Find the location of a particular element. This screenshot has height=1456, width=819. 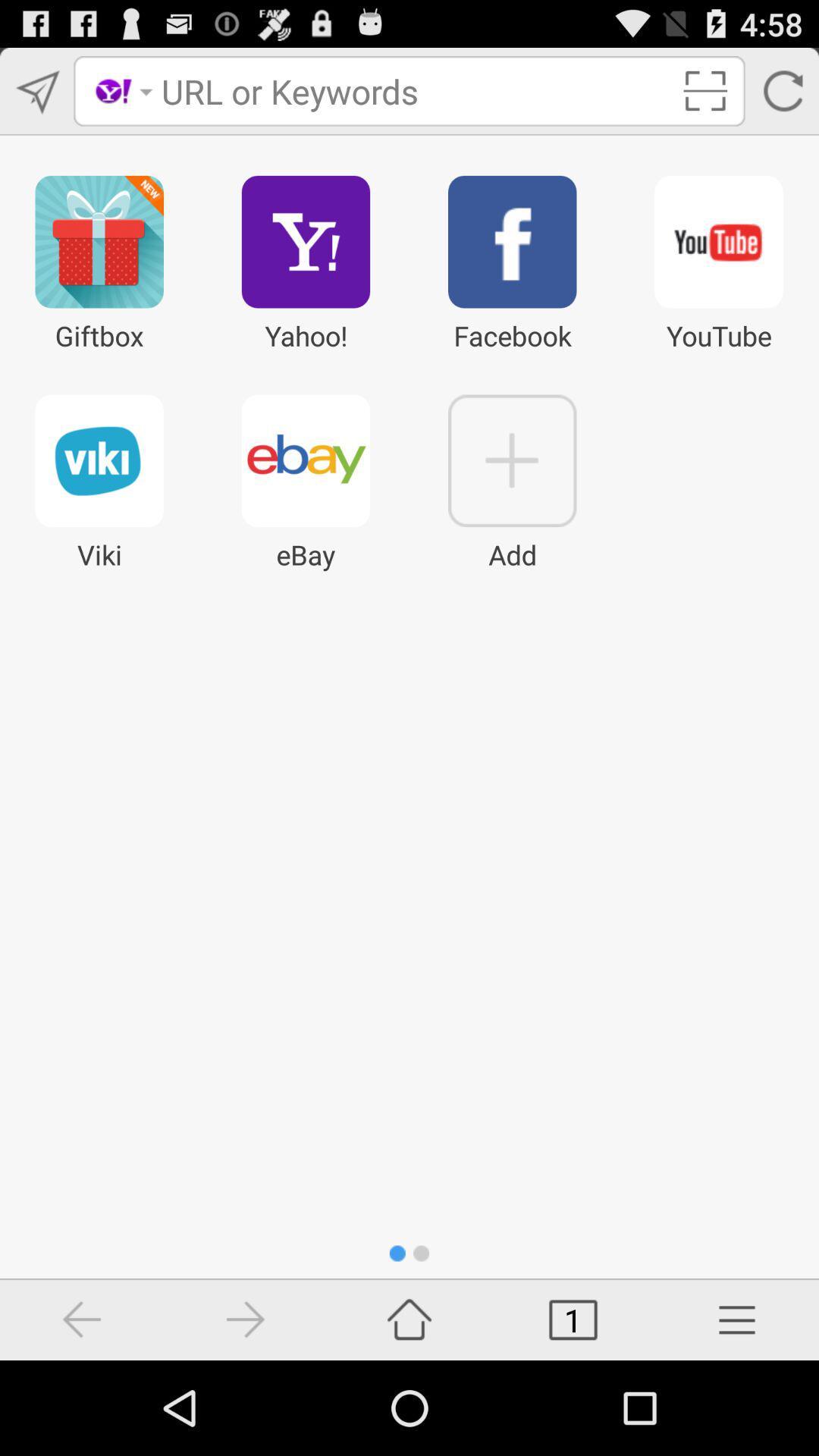

type in search is located at coordinates (415, 90).